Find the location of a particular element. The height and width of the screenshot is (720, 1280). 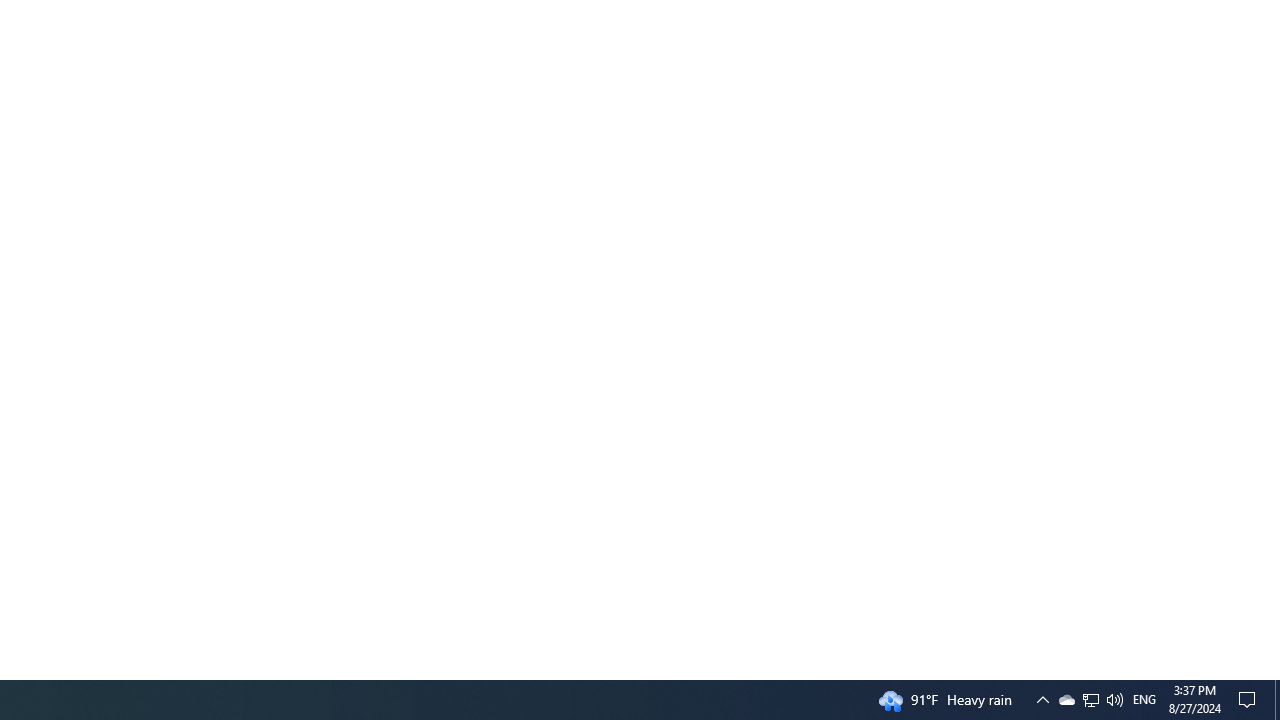

'Tray Input Indicator - English (United States)' is located at coordinates (1144, 698).